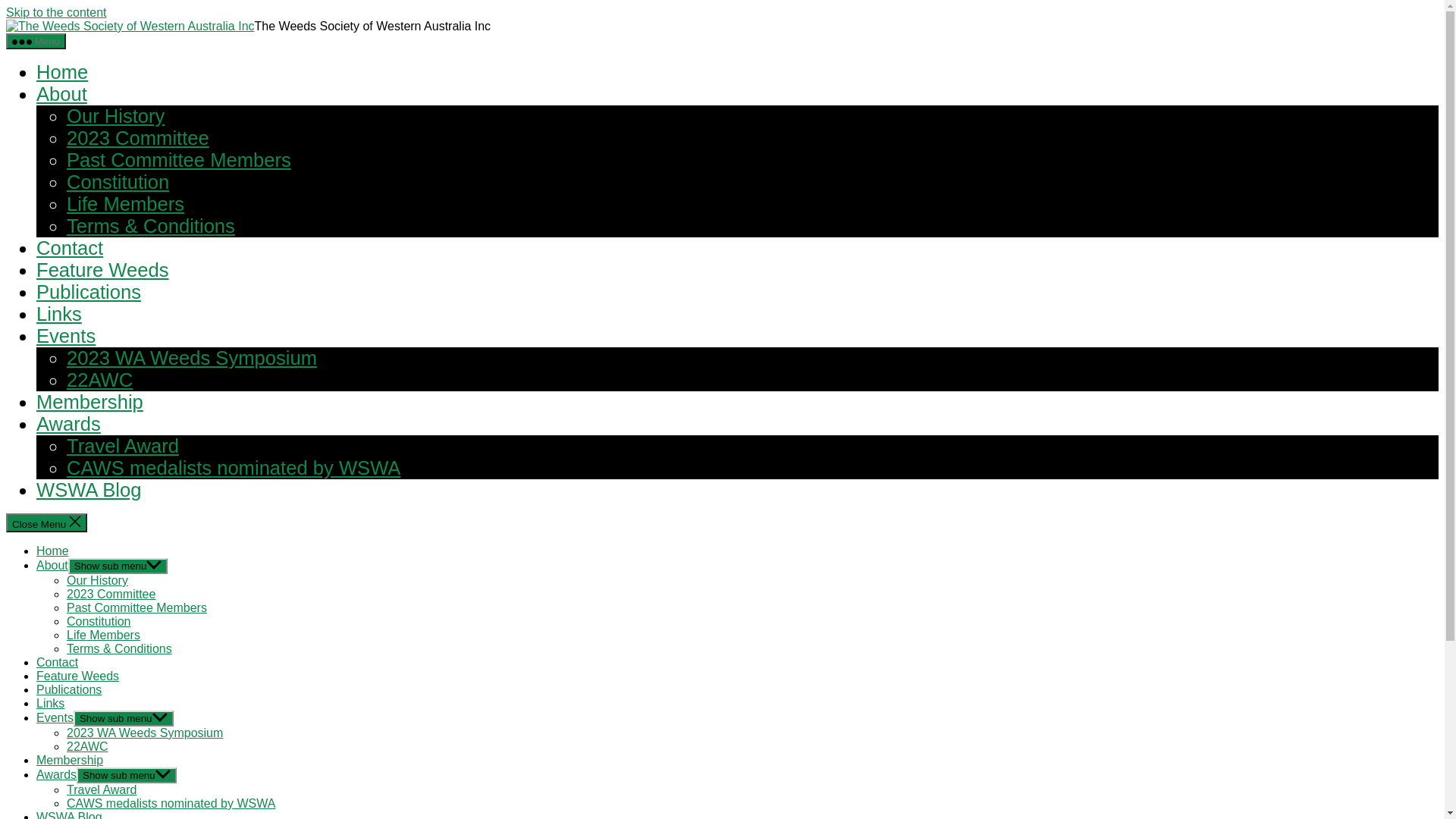 This screenshot has width=1456, height=819. What do you see at coordinates (102, 635) in the screenshot?
I see `'Life Members'` at bounding box center [102, 635].